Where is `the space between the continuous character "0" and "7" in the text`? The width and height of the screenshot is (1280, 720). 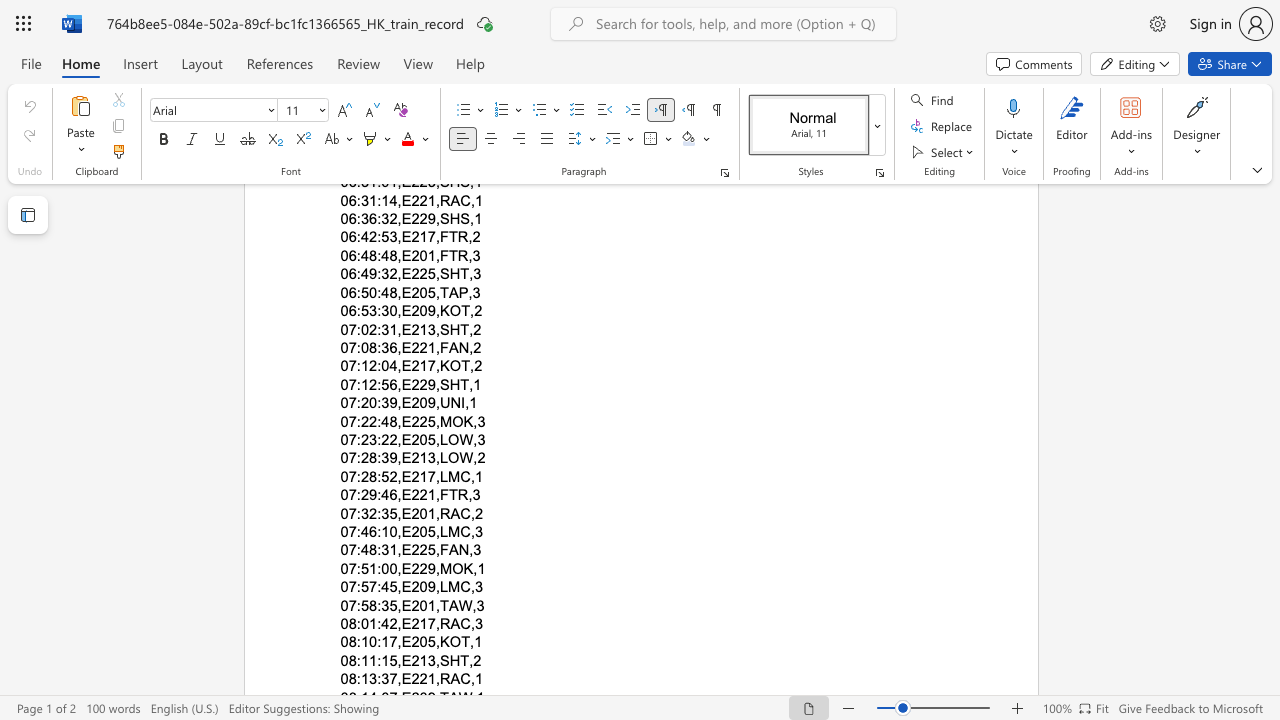
the space between the continuous character "0" and "7" in the text is located at coordinates (348, 458).